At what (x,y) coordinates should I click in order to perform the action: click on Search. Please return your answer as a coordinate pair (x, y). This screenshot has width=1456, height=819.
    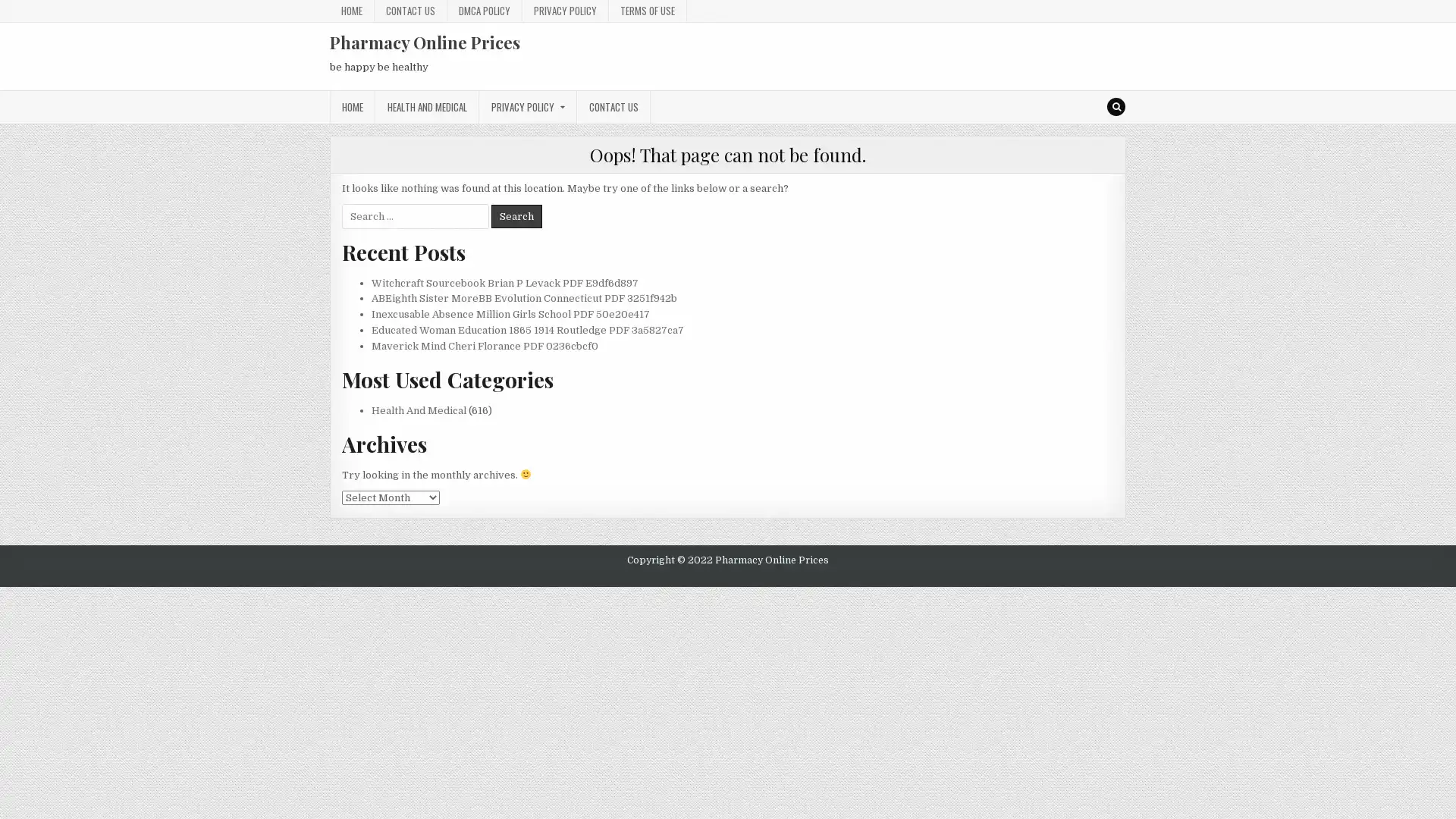
    Looking at the image, I should click on (516, 215).